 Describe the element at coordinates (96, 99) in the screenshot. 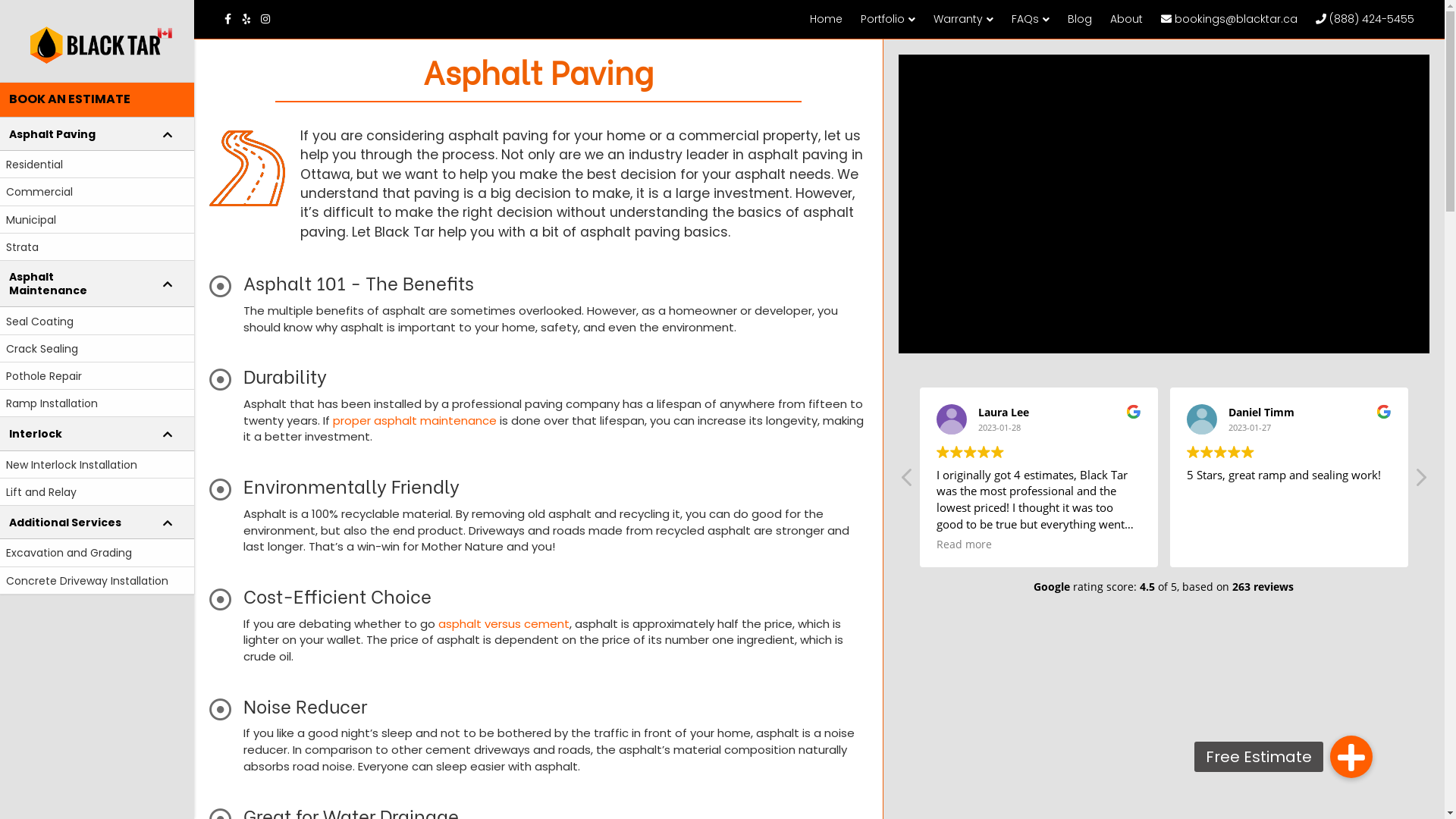

I see `'BOOK AN ESTIMATE'` at that location.